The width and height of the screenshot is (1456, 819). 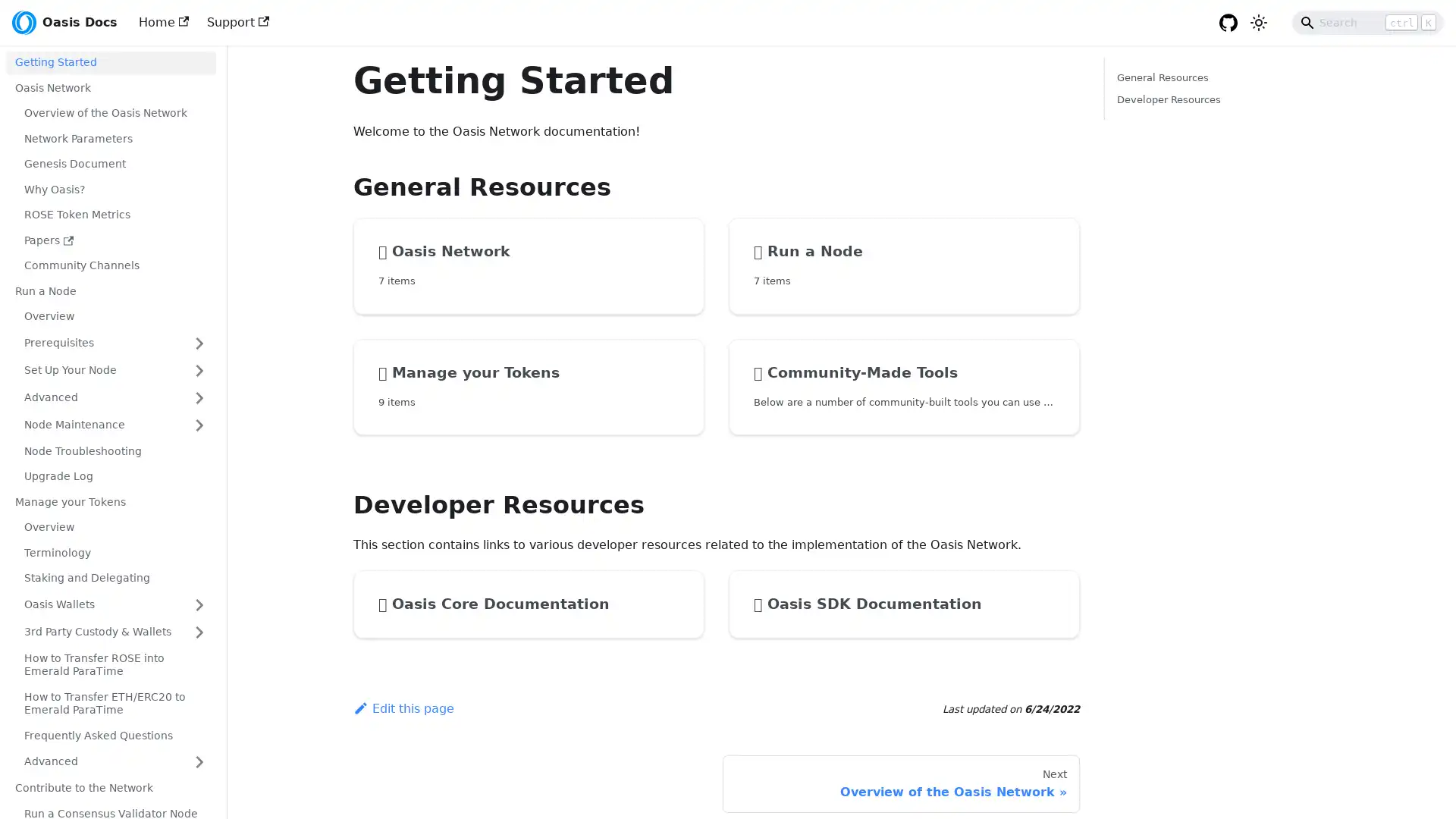 I want to click on Toggle the collapsible sidebar category 'Oasis Wallets', so click(x=199, y=604).